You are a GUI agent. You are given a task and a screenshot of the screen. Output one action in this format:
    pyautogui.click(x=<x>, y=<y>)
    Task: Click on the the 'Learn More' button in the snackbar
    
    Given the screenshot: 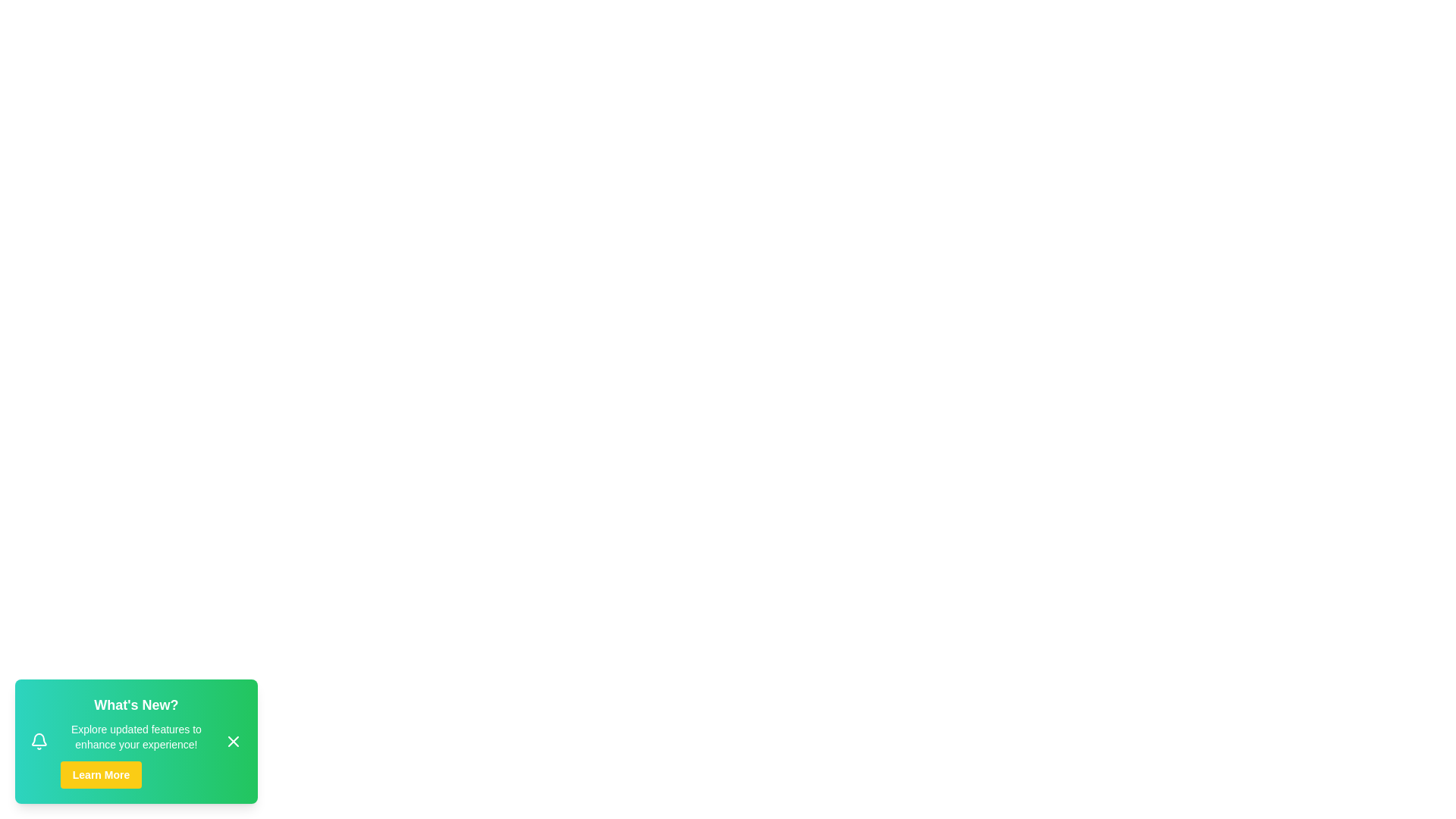 What is the action you would take?
    pyautogui.click(x=100, y=775)
    